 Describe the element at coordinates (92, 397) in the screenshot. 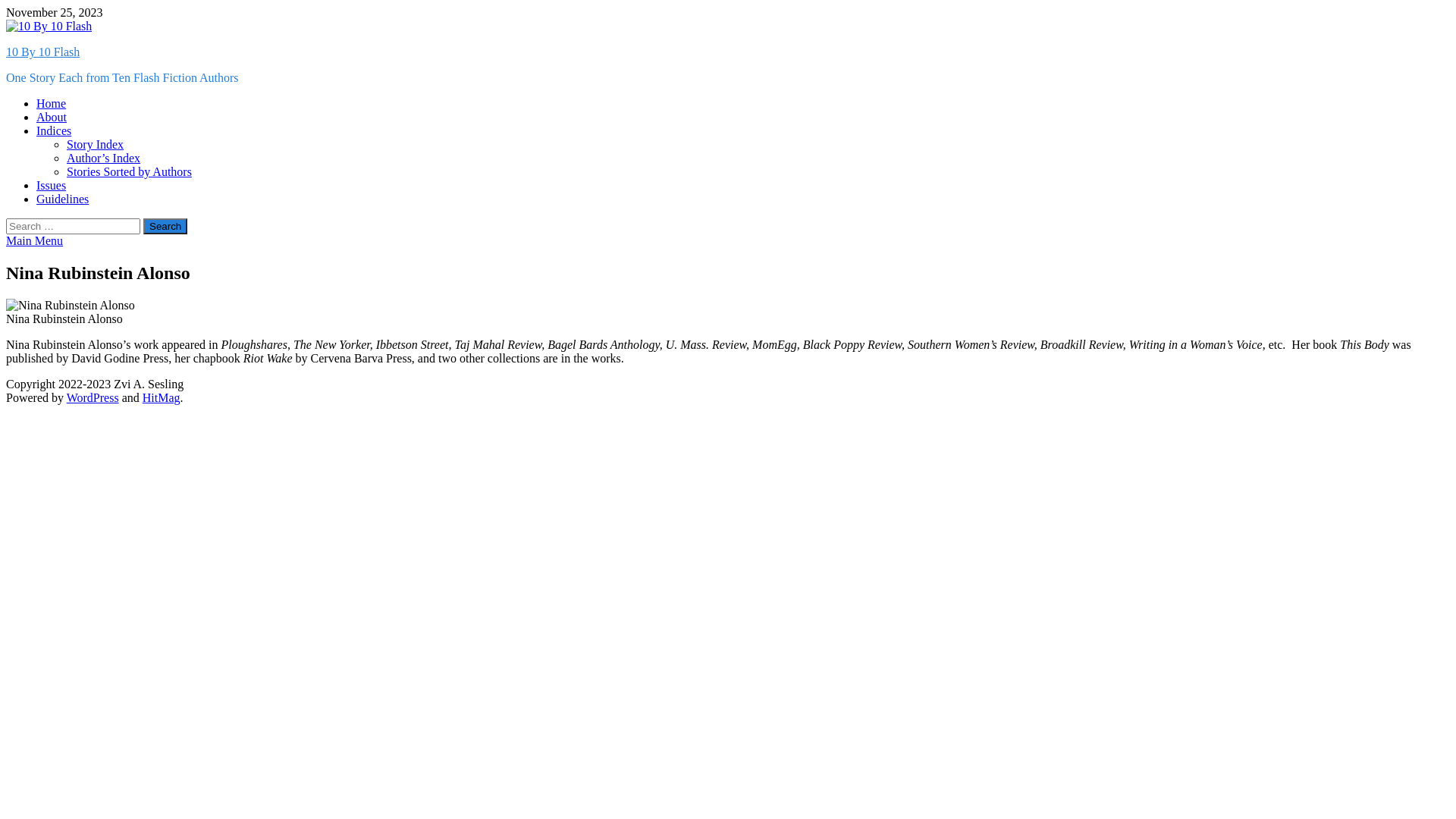

I see `'WordPress'` at that location.